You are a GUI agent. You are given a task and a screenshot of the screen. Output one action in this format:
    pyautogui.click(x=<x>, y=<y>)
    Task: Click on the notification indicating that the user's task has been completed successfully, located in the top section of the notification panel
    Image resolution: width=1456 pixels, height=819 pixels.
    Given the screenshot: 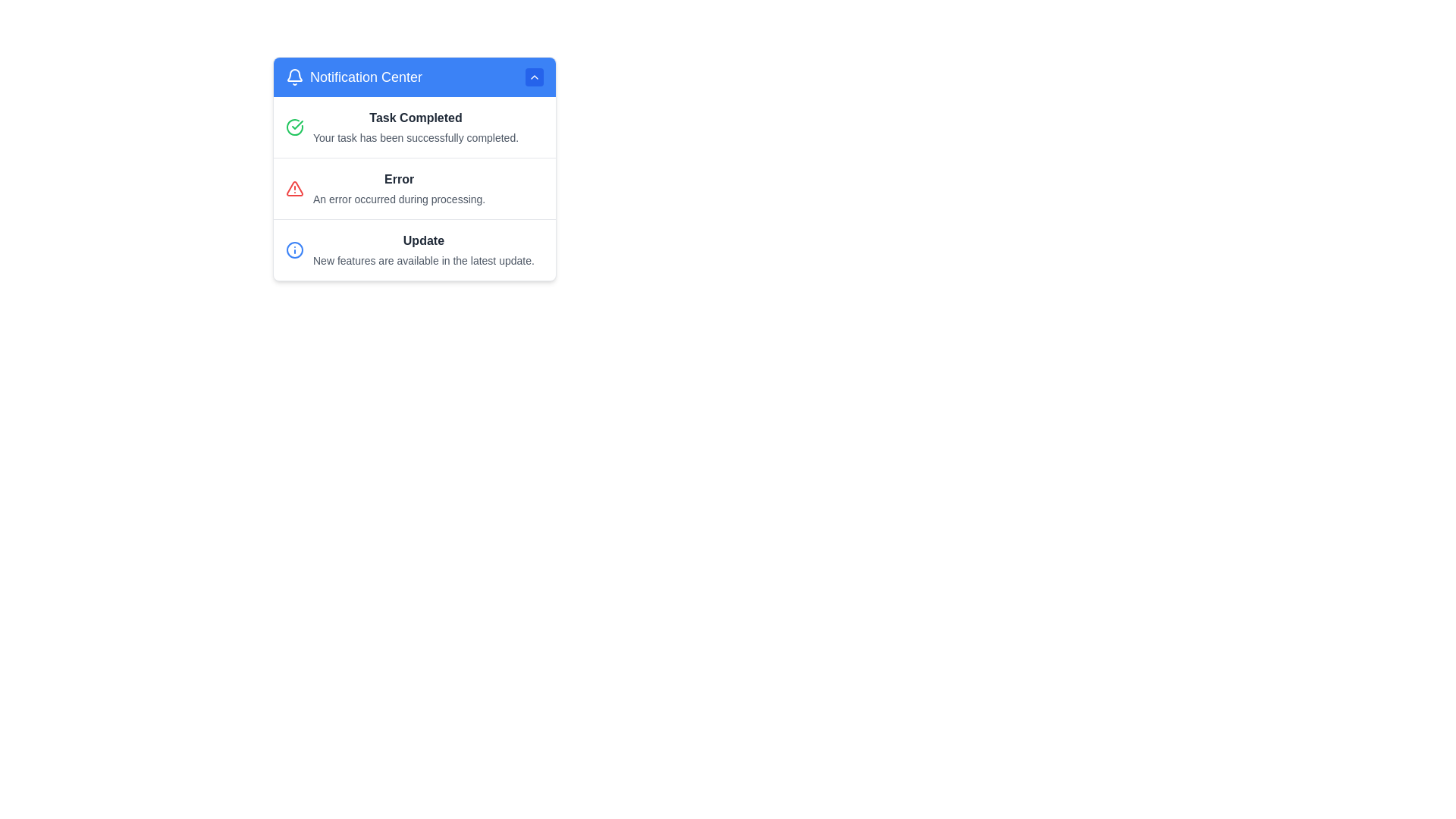 What is the action you would take?
    pyautogui.click(x=416, y=127)
    